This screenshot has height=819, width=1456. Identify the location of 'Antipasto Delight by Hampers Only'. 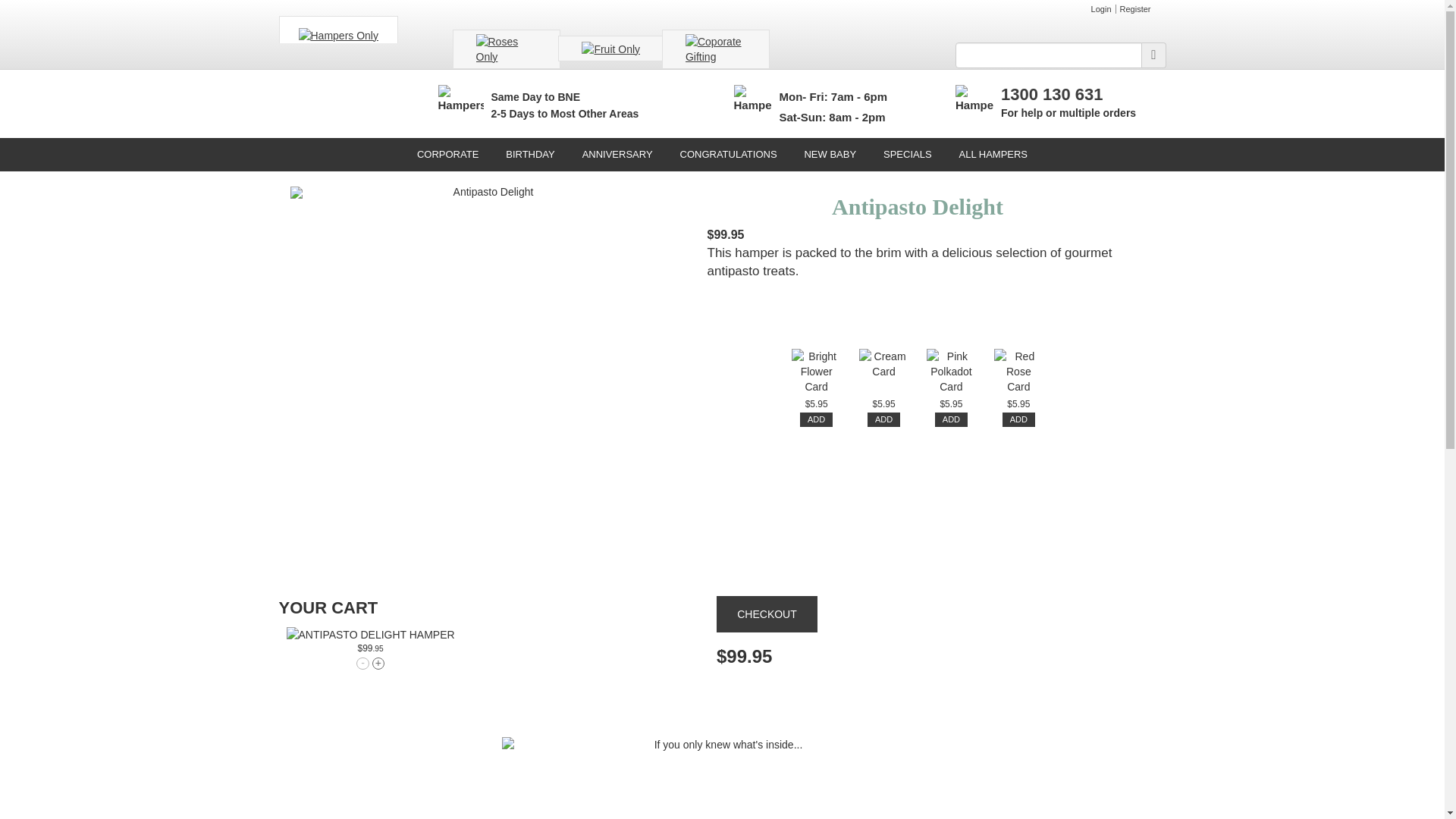
(371, 635).